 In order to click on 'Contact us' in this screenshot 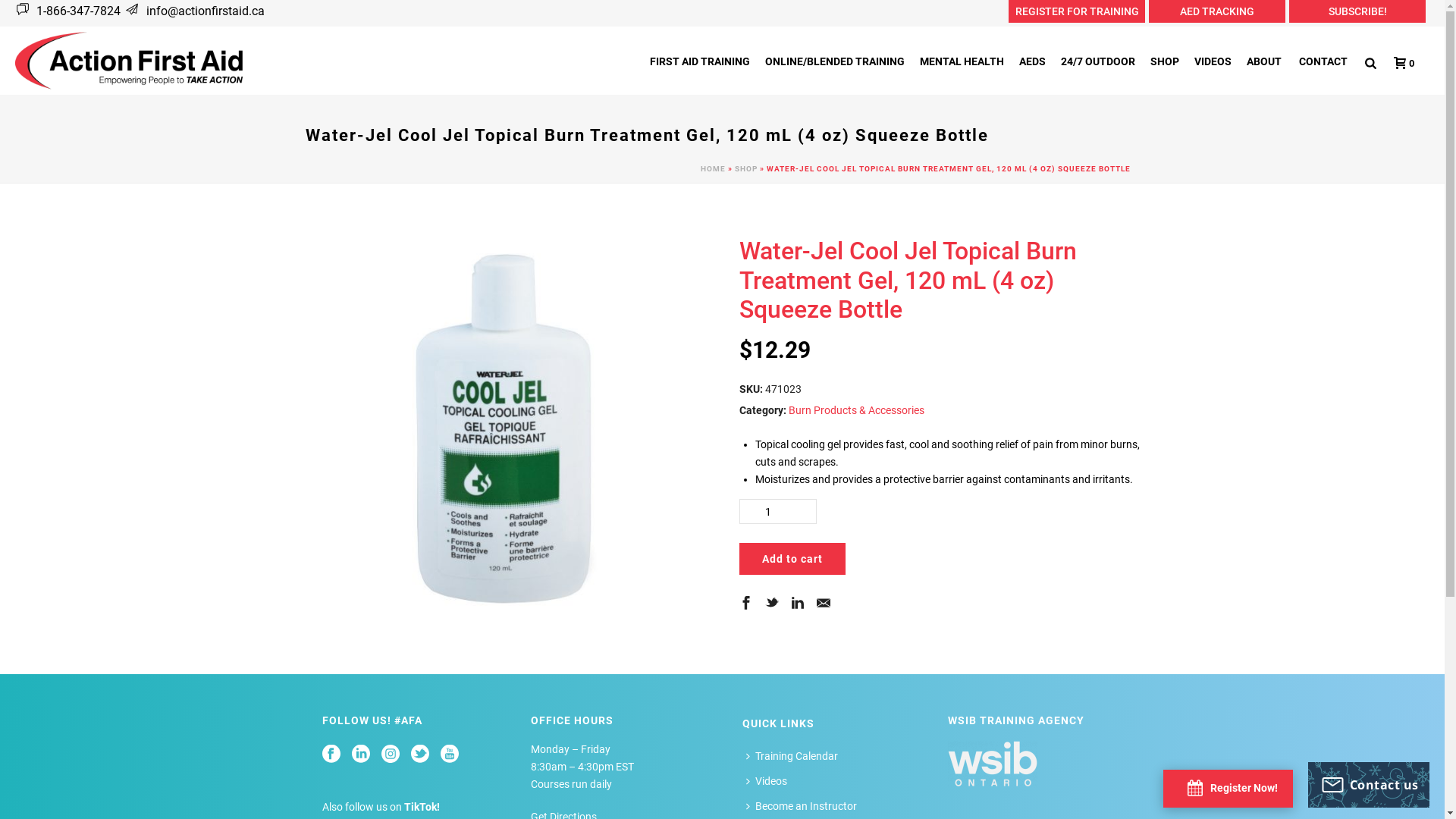, I will do `click(1368, 784)`.